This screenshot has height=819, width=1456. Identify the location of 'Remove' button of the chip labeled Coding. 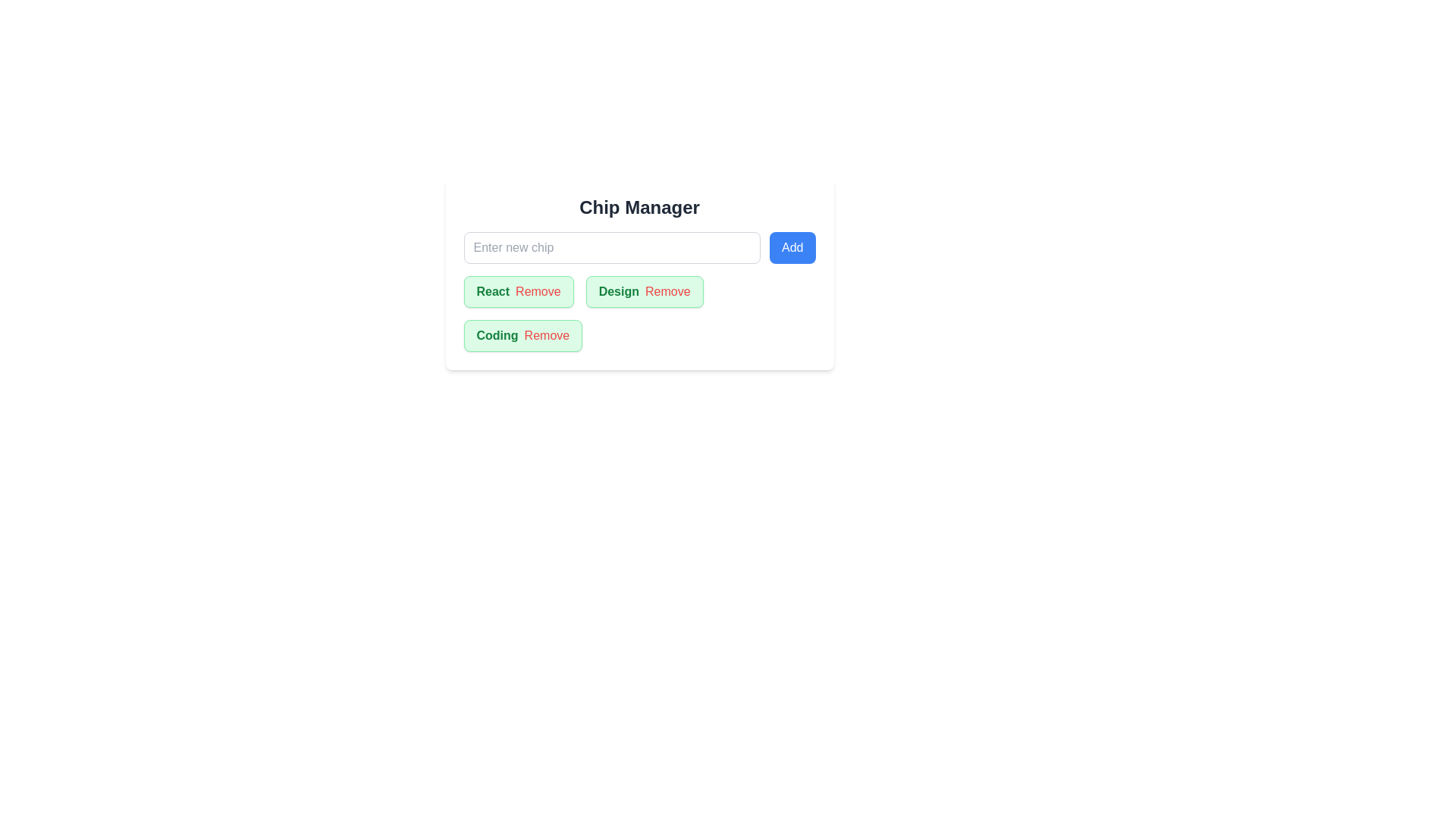
(546, 335).